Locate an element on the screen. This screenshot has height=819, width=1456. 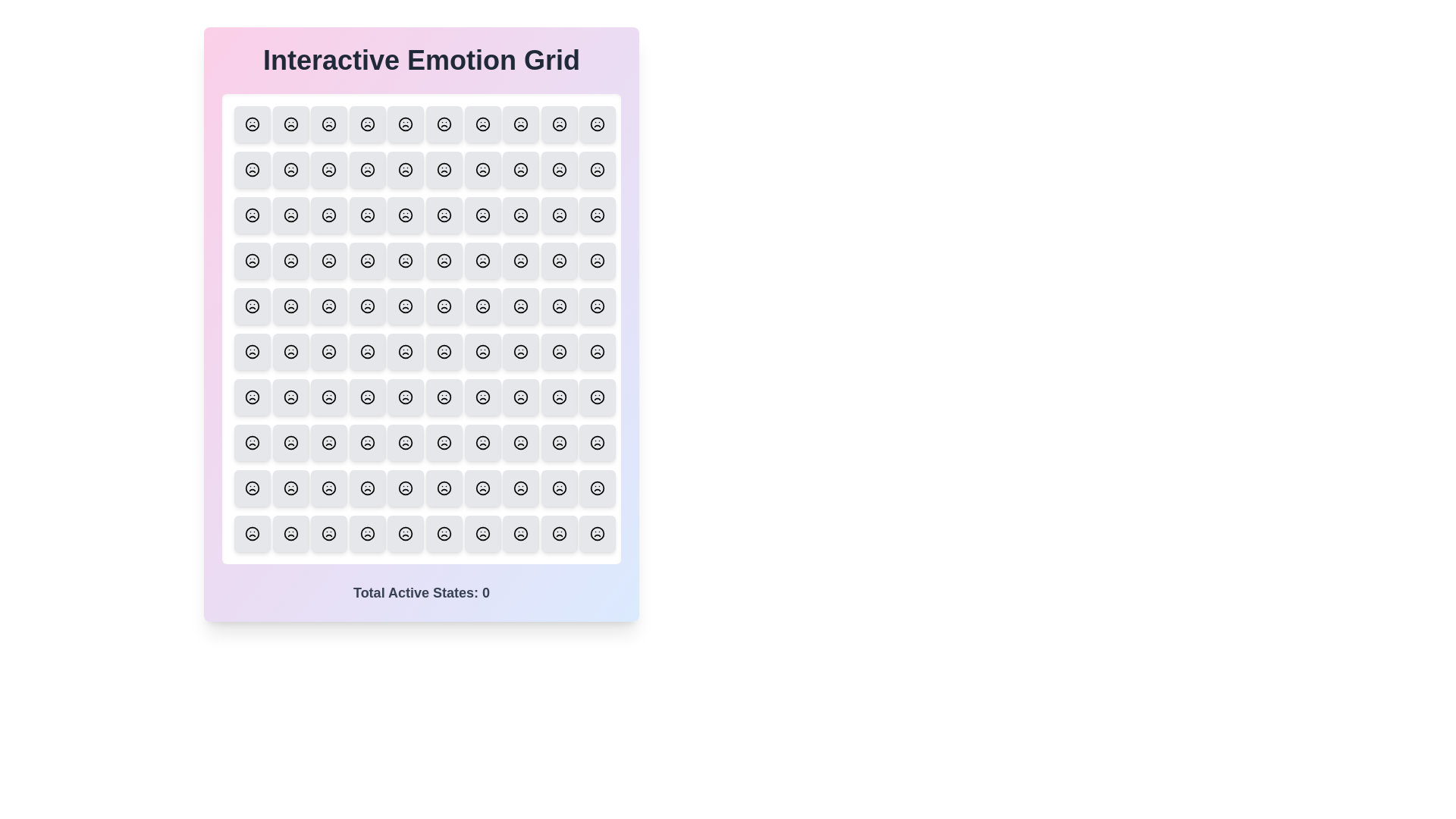
the text displaying the total active states below the grid is located at coordinates (422, 592).